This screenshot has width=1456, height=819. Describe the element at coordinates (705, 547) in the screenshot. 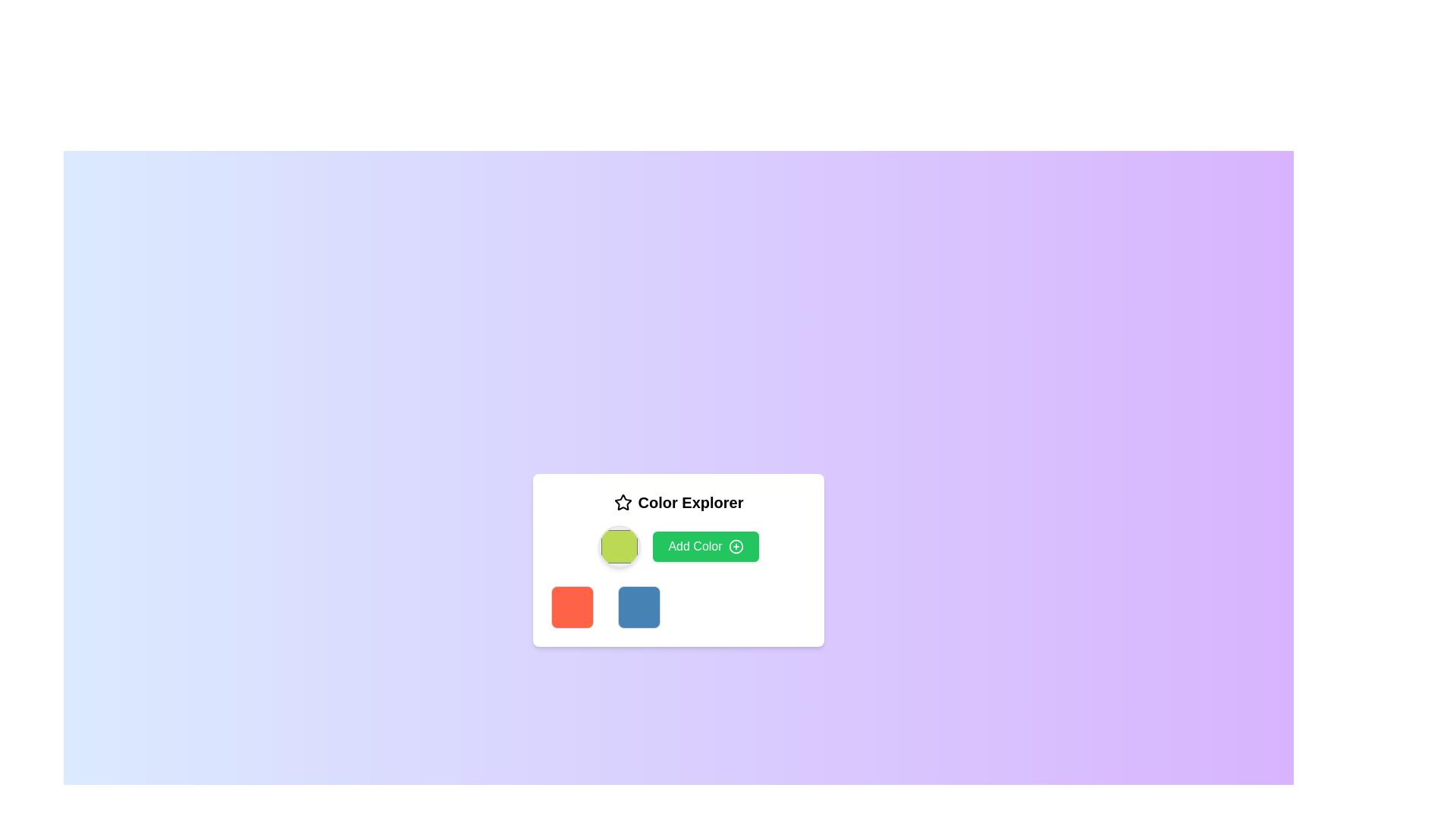

I see `the button used to add a new color to the list by activating keyboard navigation` at that location.